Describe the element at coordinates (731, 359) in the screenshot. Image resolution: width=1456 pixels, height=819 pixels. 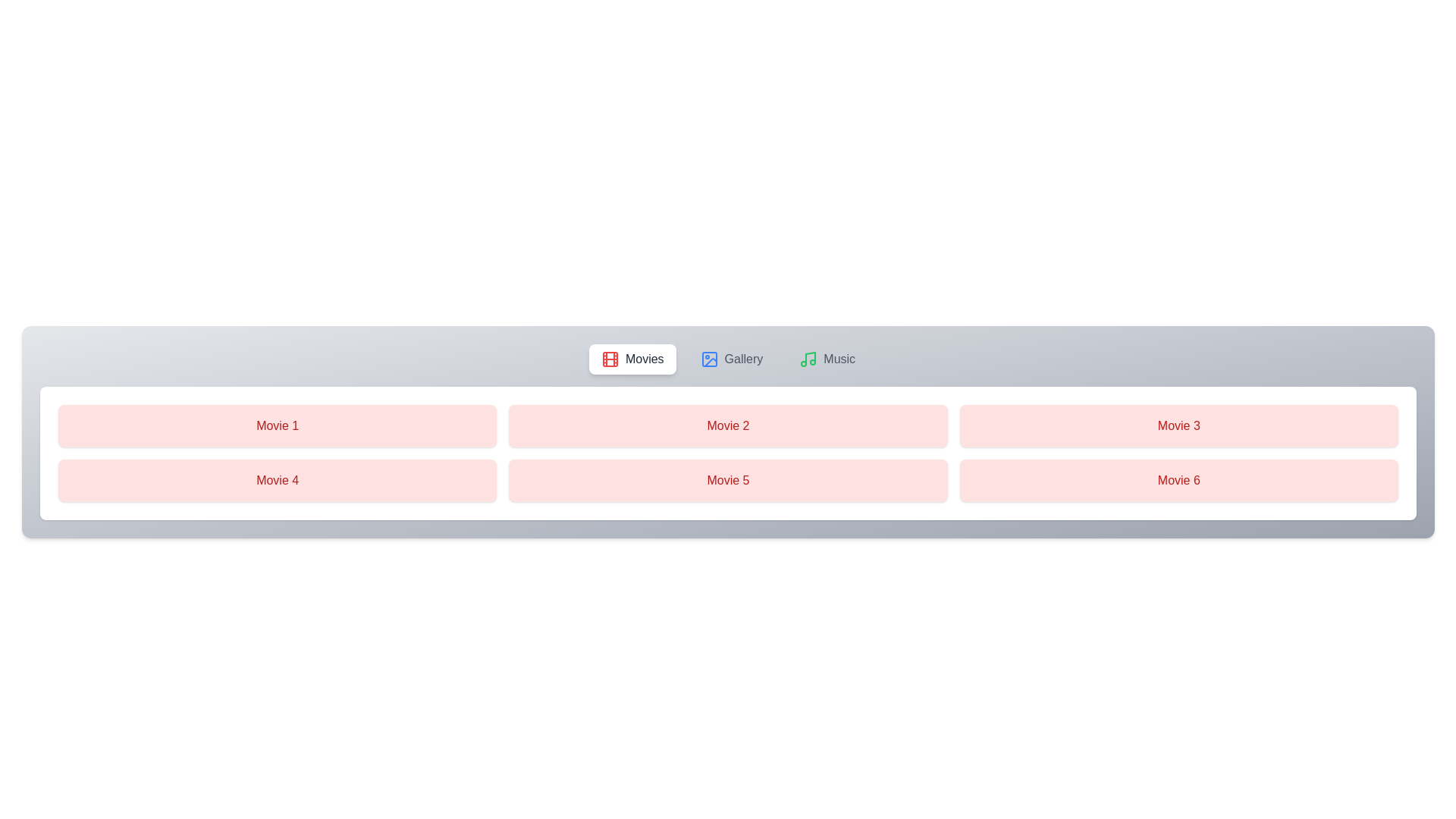
I see `the Gallery tab` at that location.